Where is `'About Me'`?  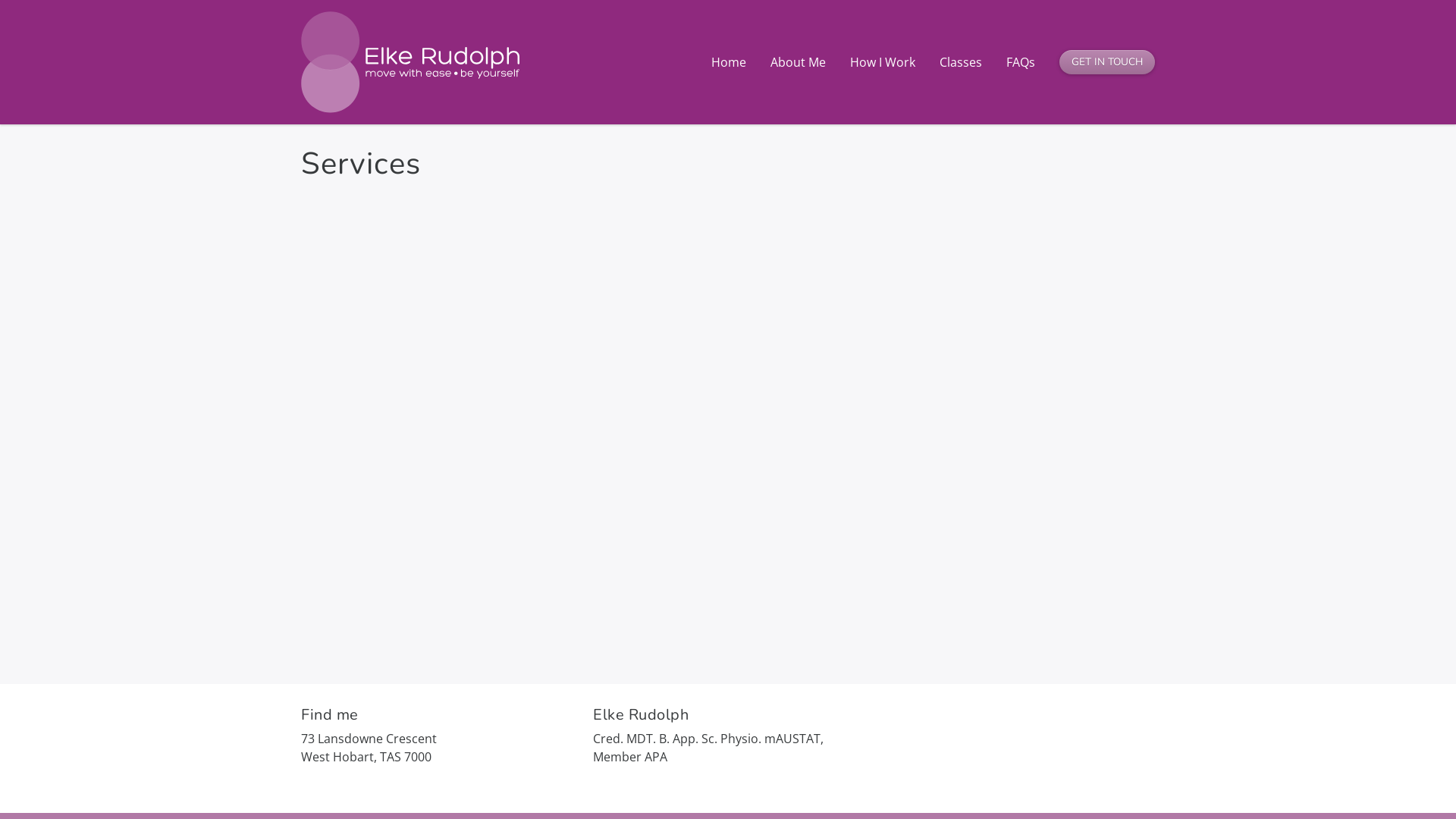
'About Me' is located at coordinates (797, 61).